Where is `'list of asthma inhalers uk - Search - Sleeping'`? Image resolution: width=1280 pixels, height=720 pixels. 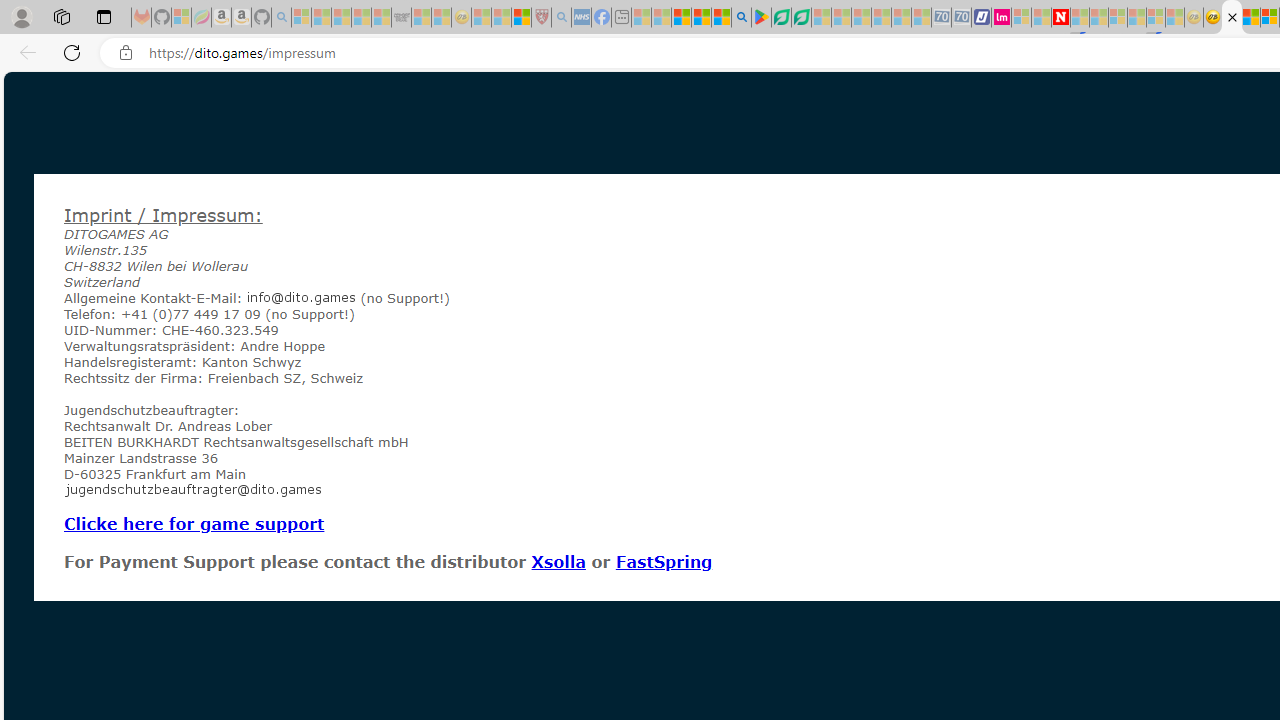 'list of asthma inhalers uk - Search - Sleeping' is located at coordinates (560, 17).